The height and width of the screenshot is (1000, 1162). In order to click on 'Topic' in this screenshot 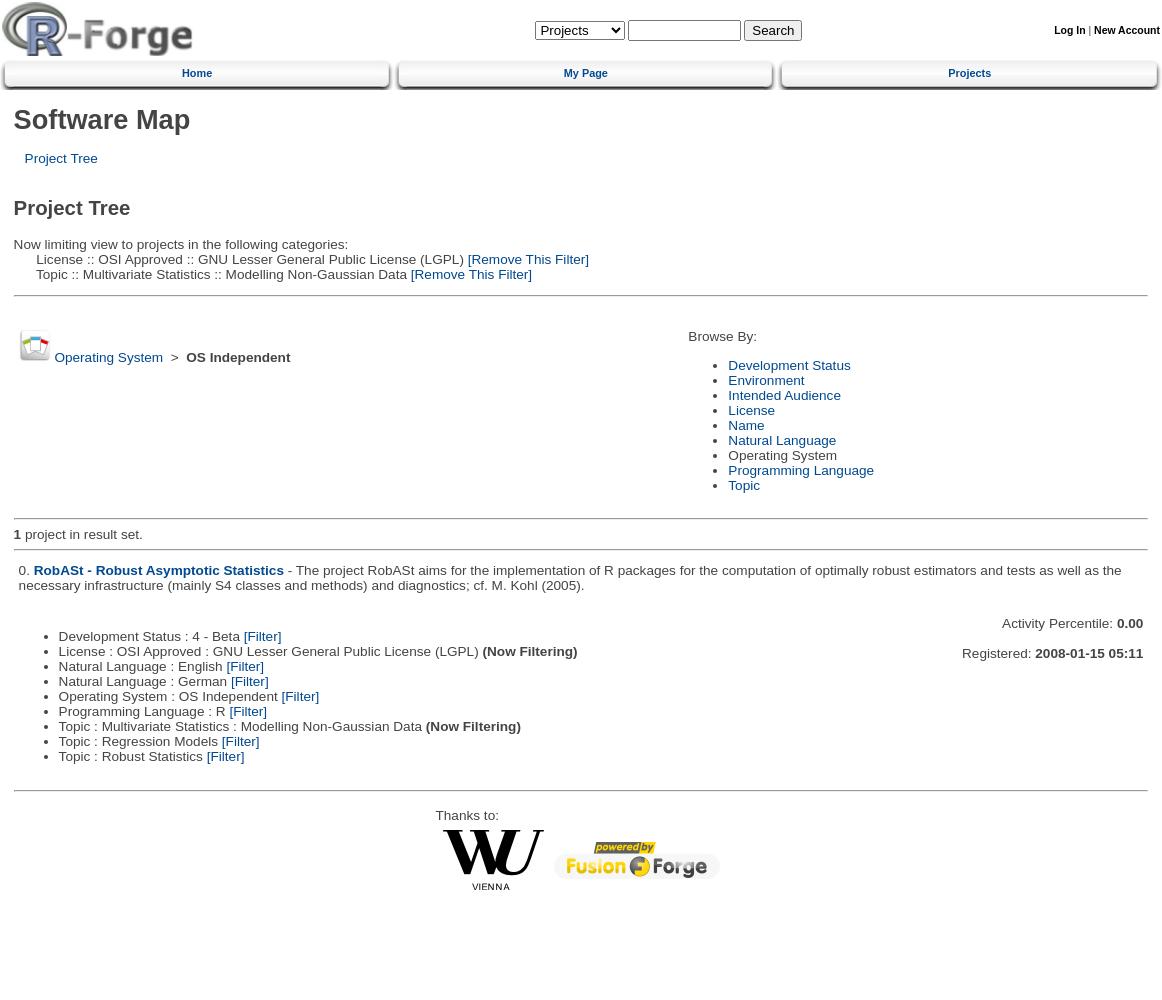, I will do `click(743, 483)`.